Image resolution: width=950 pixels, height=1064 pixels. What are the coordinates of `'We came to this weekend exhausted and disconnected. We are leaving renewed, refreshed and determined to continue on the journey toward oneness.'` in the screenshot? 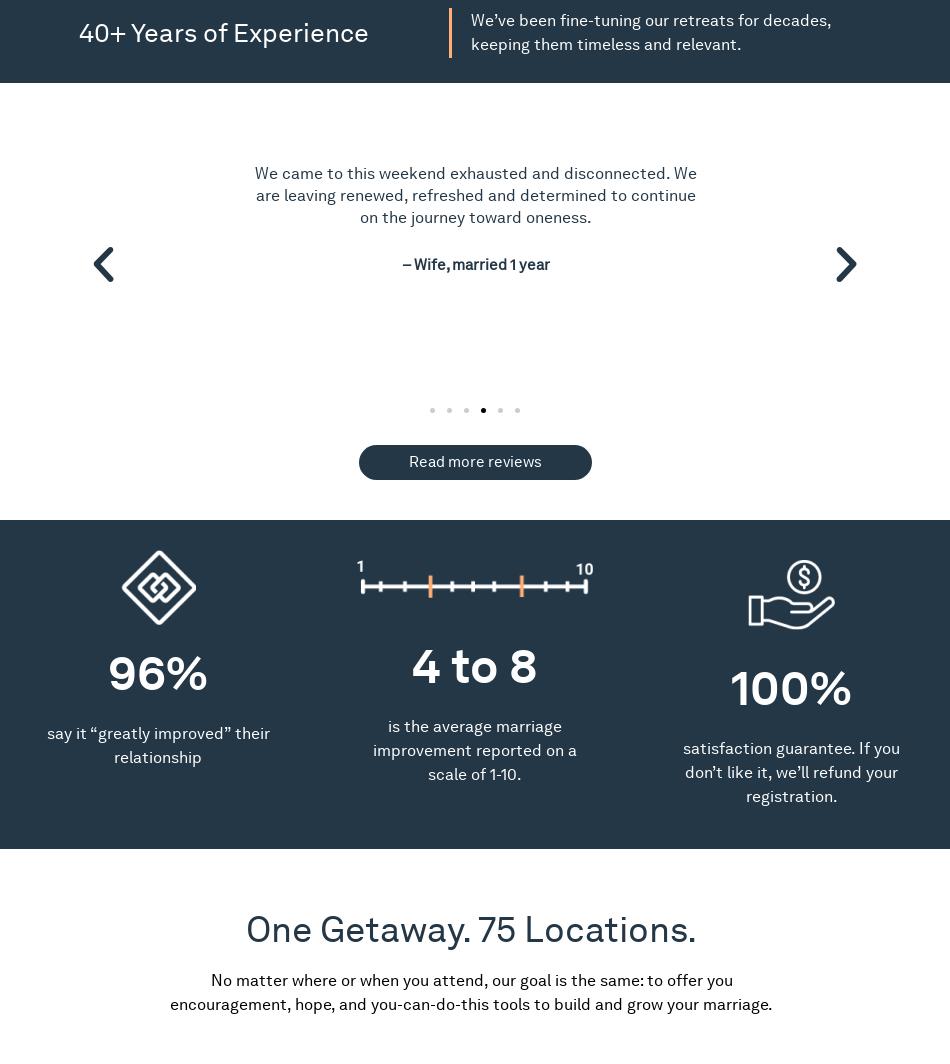 It's located at (253, 195).